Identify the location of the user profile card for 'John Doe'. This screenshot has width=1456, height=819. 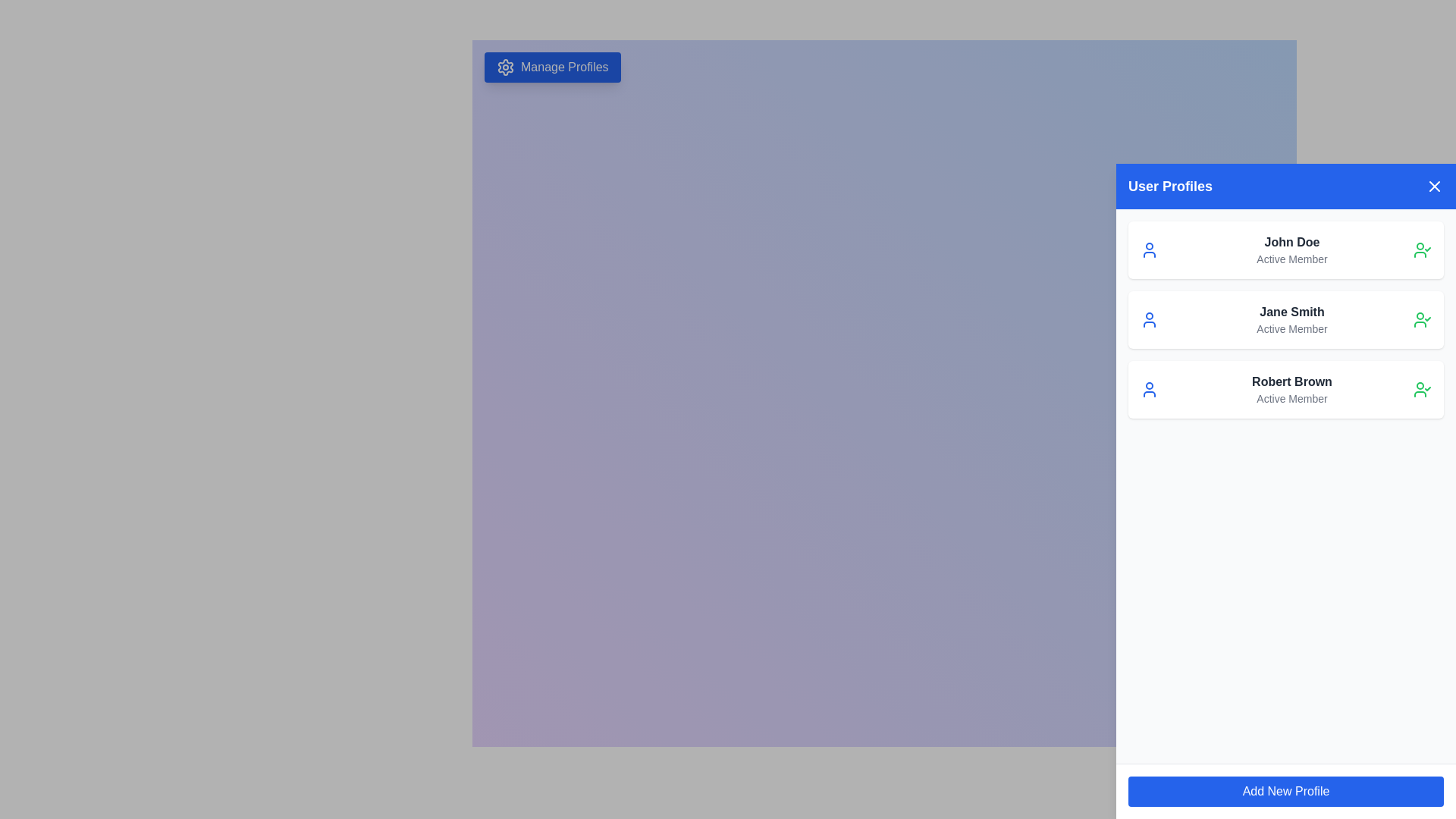
(1285, 249).